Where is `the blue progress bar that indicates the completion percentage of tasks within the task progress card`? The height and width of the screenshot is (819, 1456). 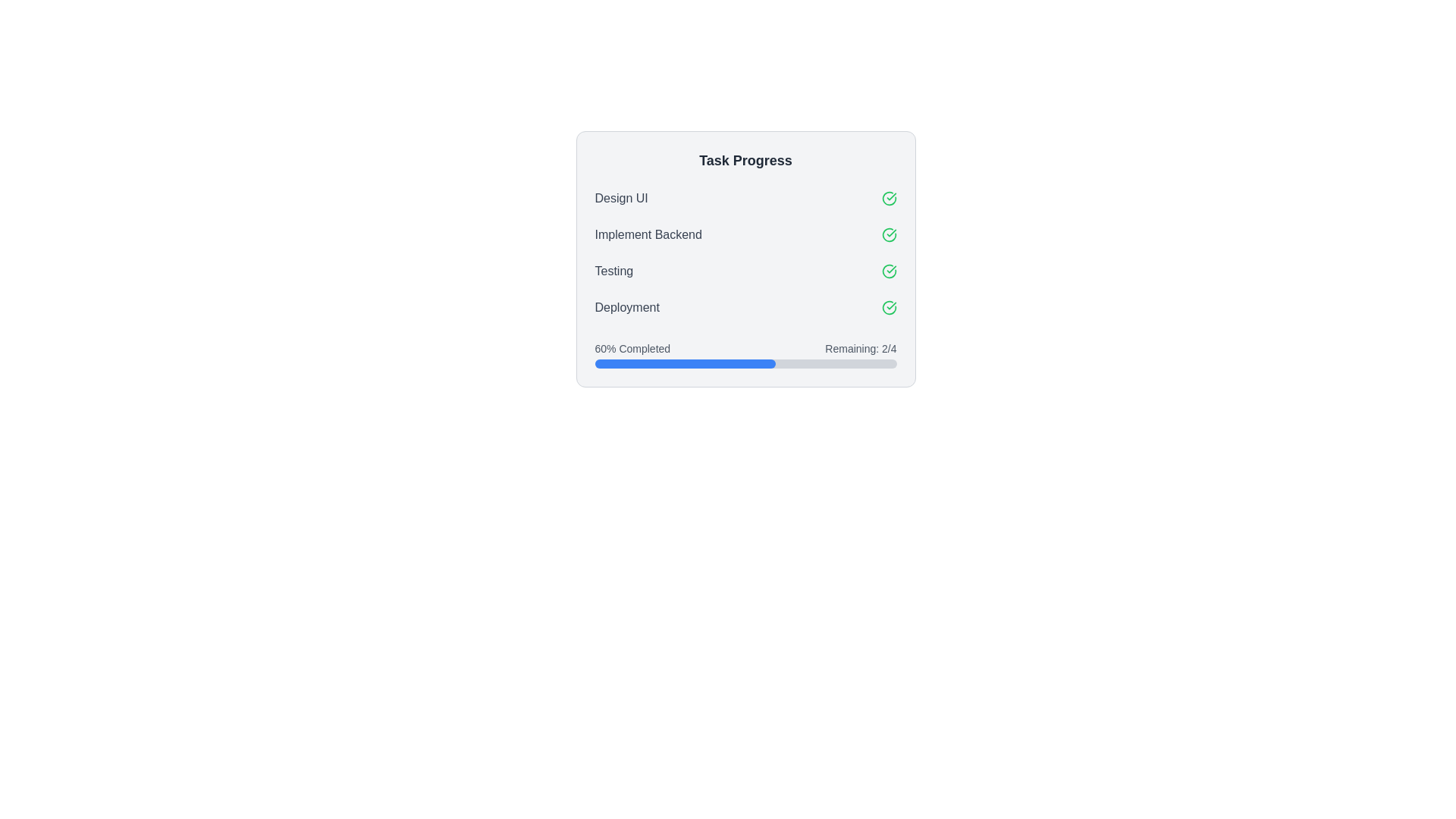
the blue progress bar that indicates the completion percentage of tasks within the task progress card is located at coordinates (684, 363).